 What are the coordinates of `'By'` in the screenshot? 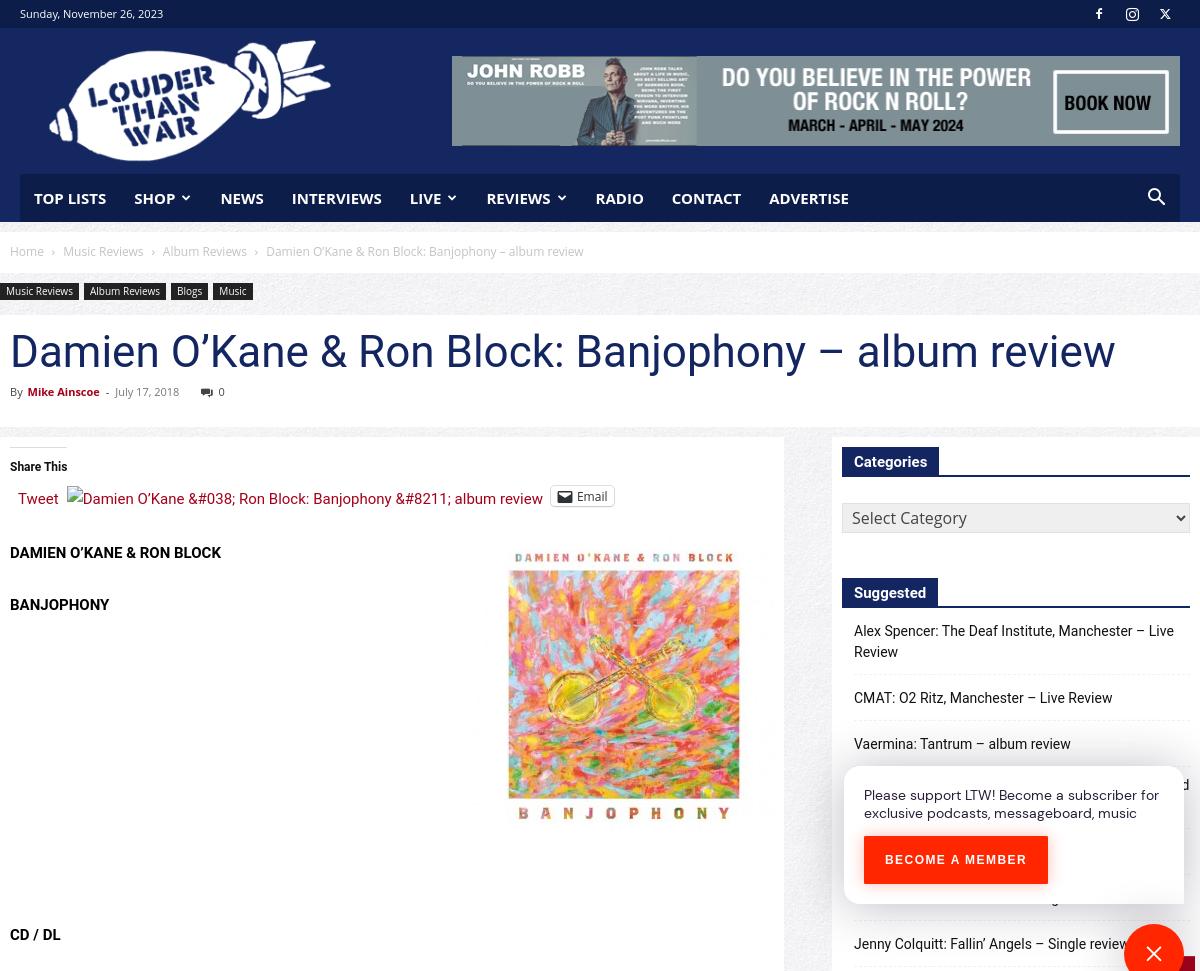 It's located at (15, 390).